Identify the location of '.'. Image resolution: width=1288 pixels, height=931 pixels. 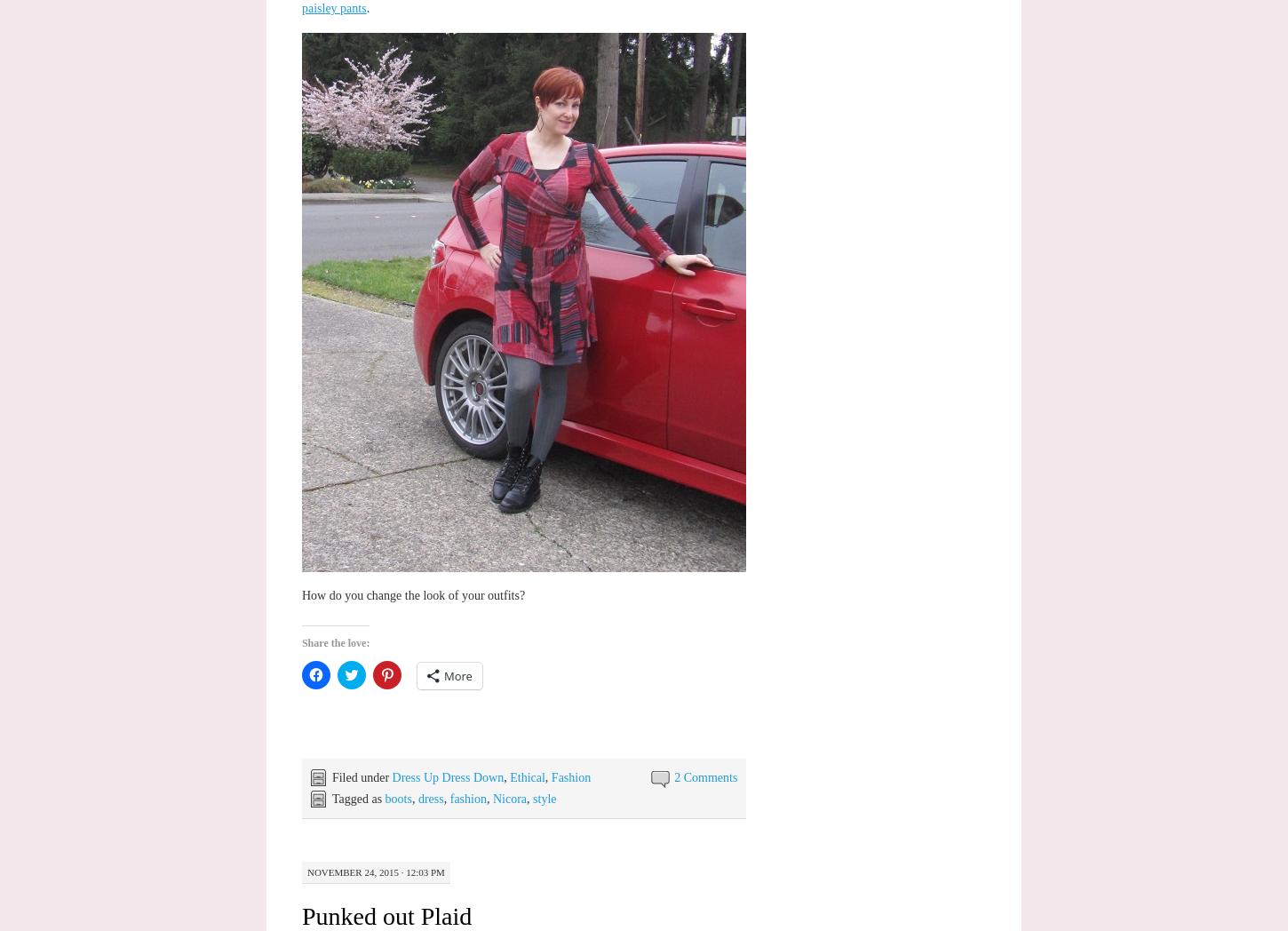
(366, 6).